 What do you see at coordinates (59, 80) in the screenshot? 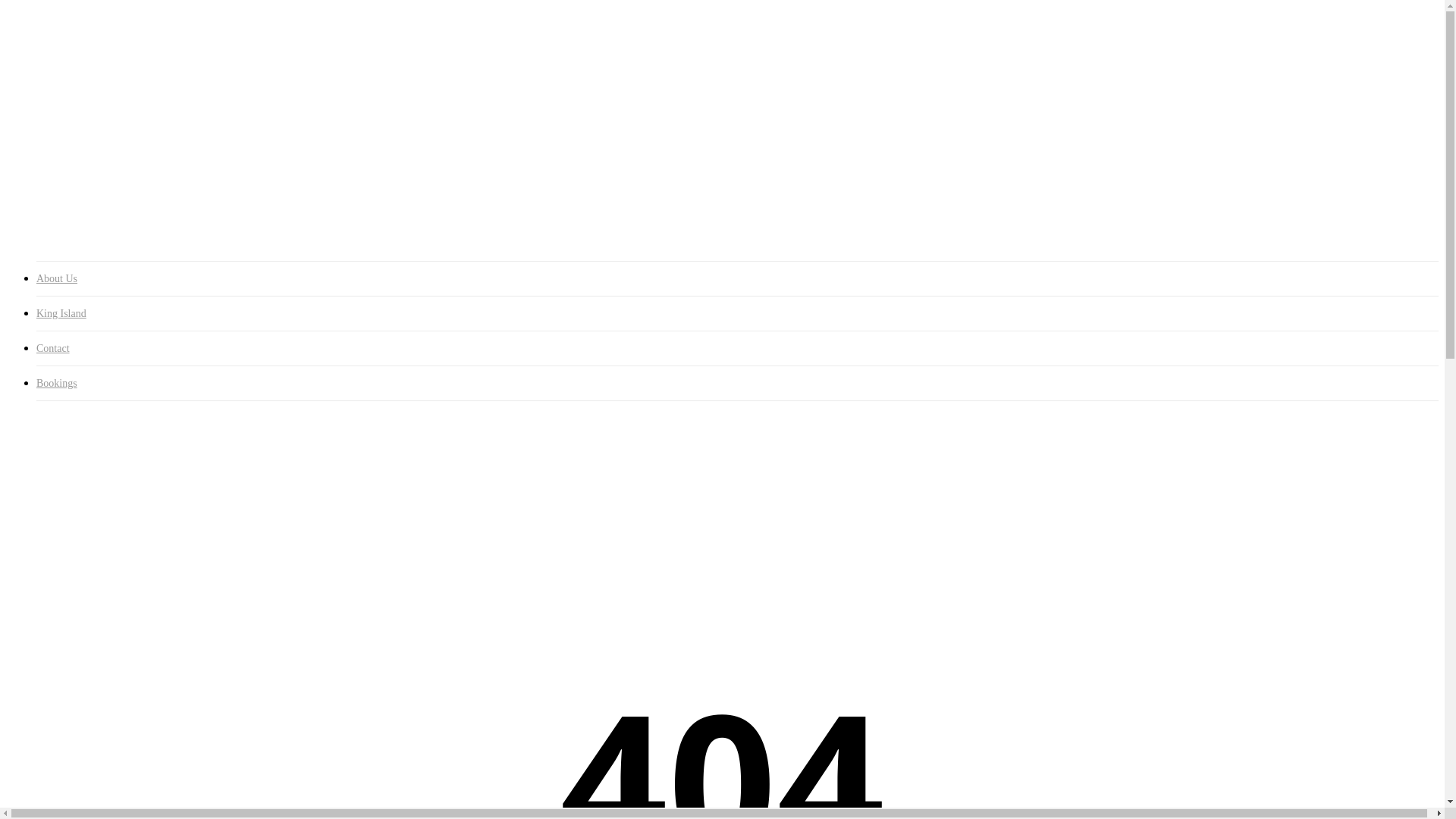
I see `'About Us'` at bounding box center [59, 80].